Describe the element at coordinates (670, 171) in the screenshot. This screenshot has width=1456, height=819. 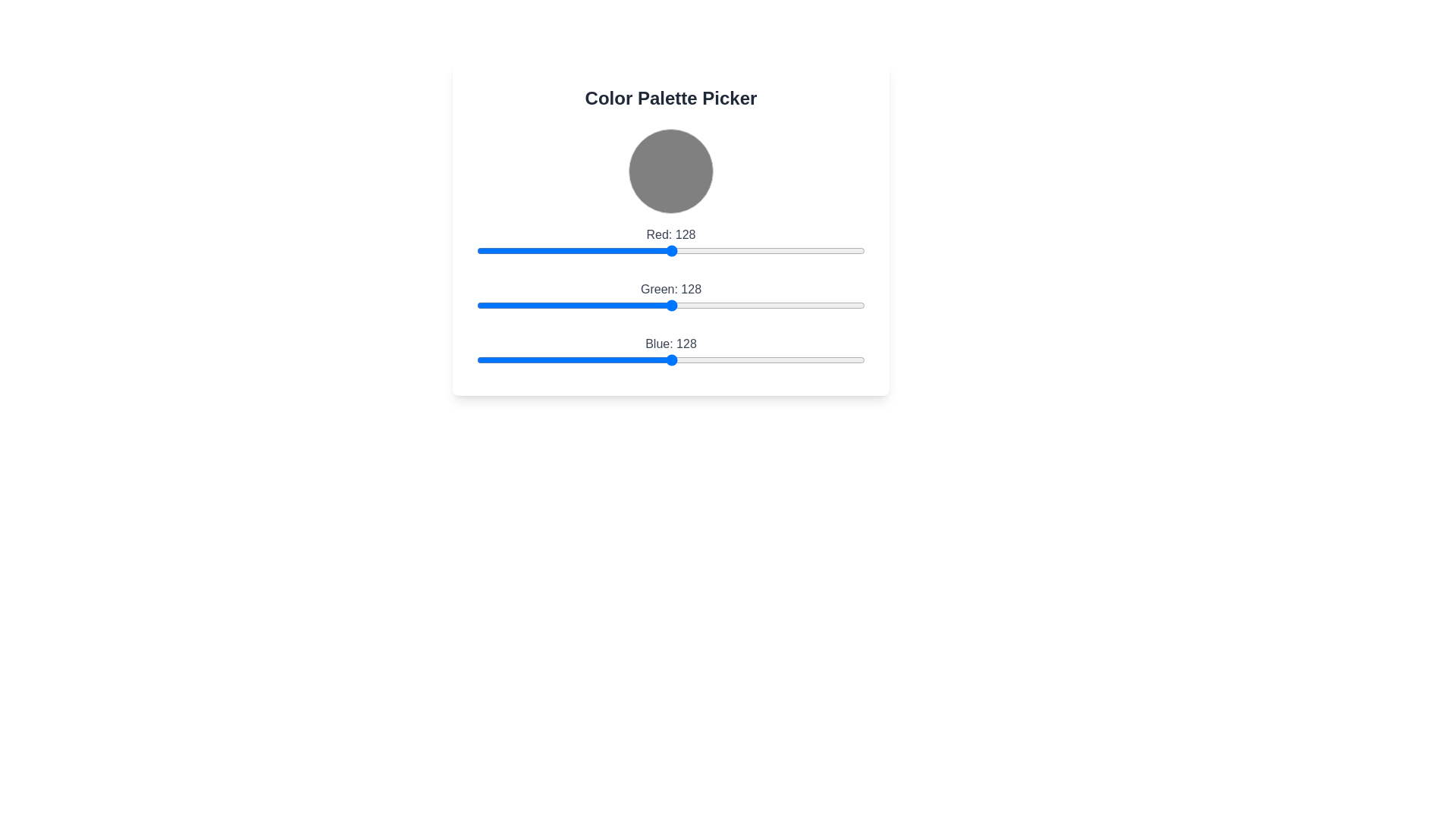
I see `the color display element that shows the current color selection in the color palette picker tool, located under the title 'Color Palette Picker'` at that location.